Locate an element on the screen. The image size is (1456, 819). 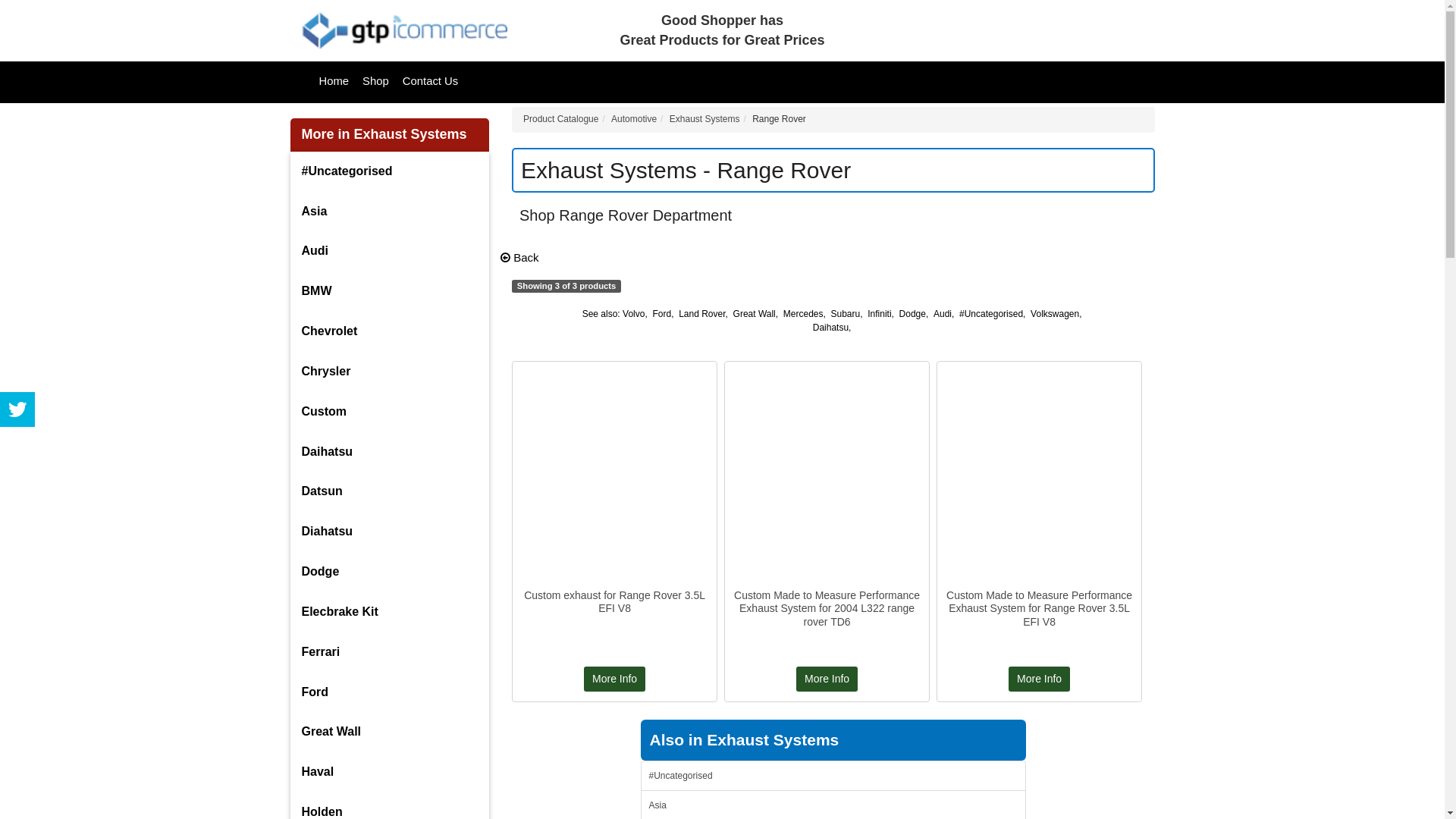
'GTP iCommerce Pty Ltd Twitter' is located at coordinates (17, 409).